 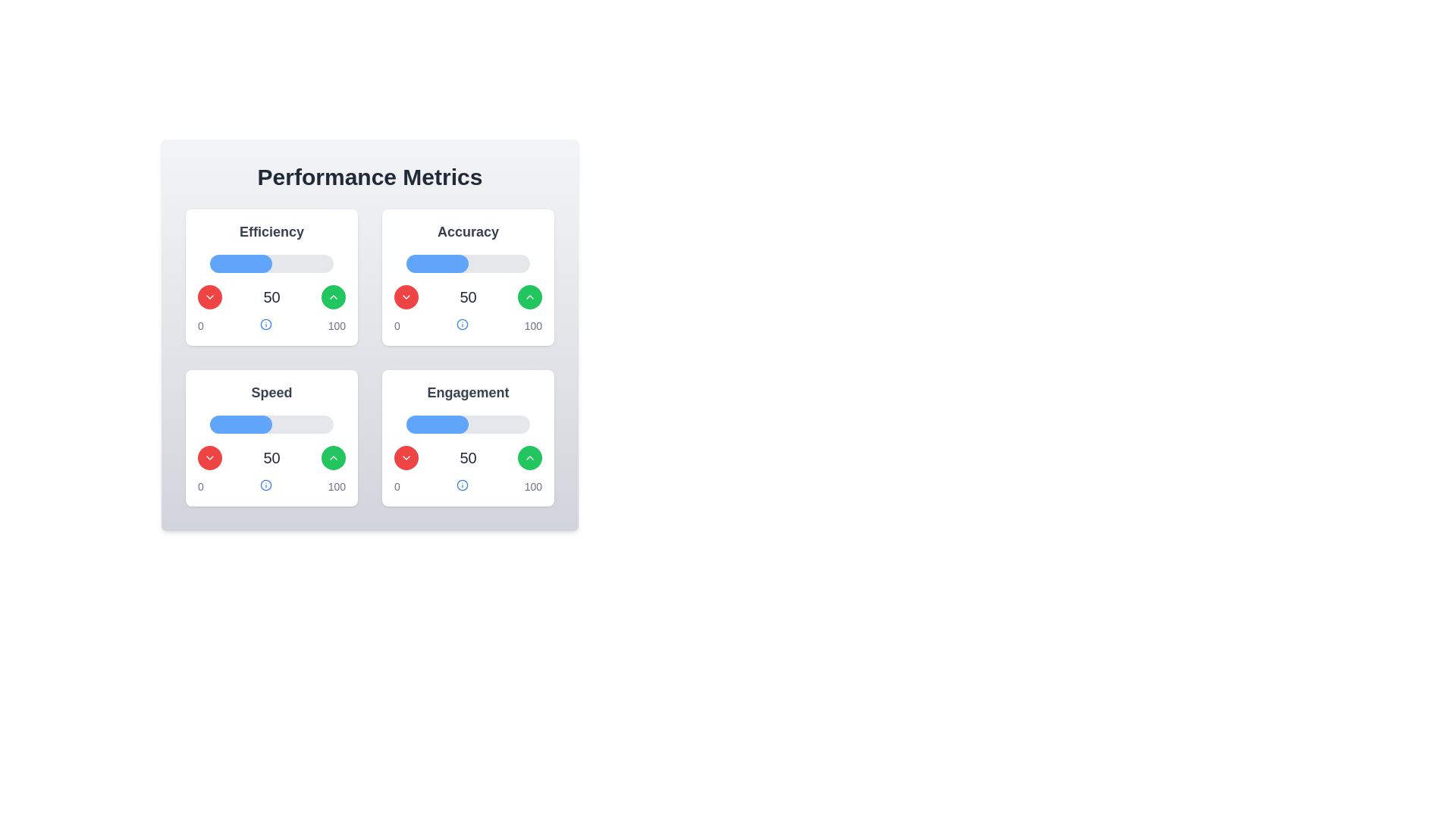 What do you see at coordinates (533, 486) in the screenshot?
I see `text displayed in the rightmost text label indicating the maximum value for the 'Engagement' metric, located in the lower section of the 'Engagement' metrics card` at bounding box center [533, 486].